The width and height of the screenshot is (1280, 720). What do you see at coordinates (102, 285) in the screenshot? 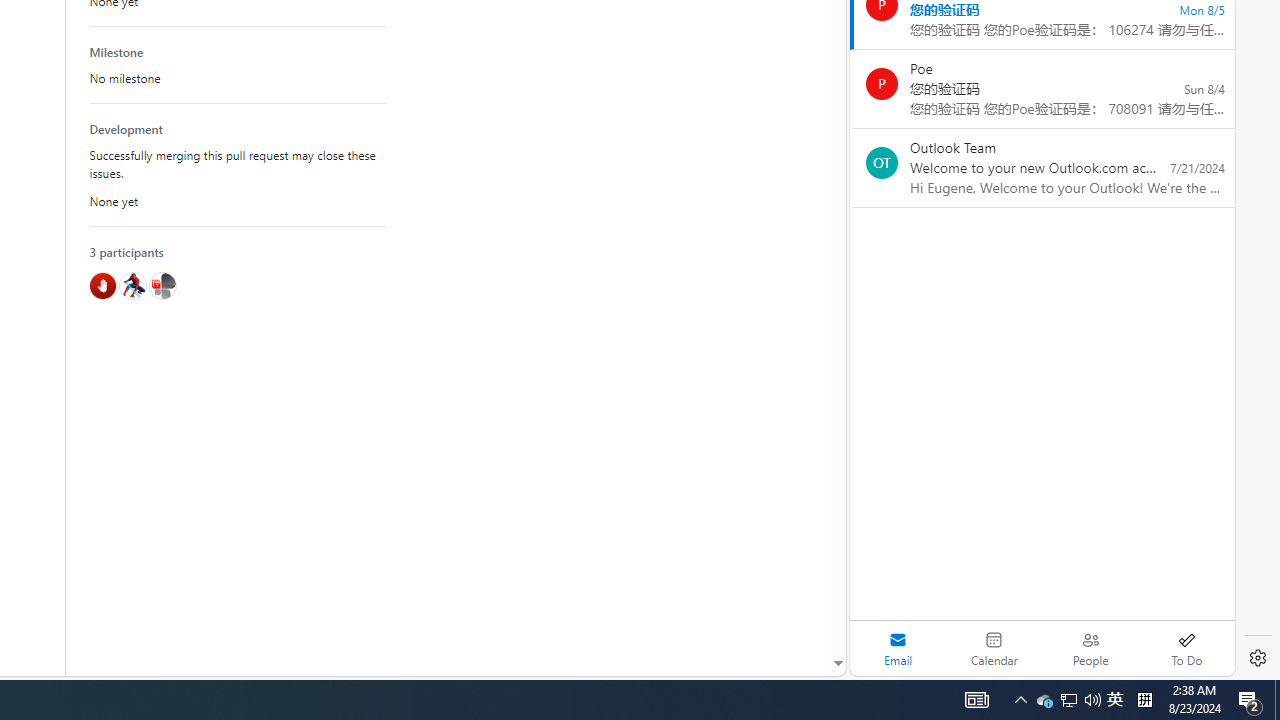
I see `'@blocker999'` at bounding box center [102, 285].